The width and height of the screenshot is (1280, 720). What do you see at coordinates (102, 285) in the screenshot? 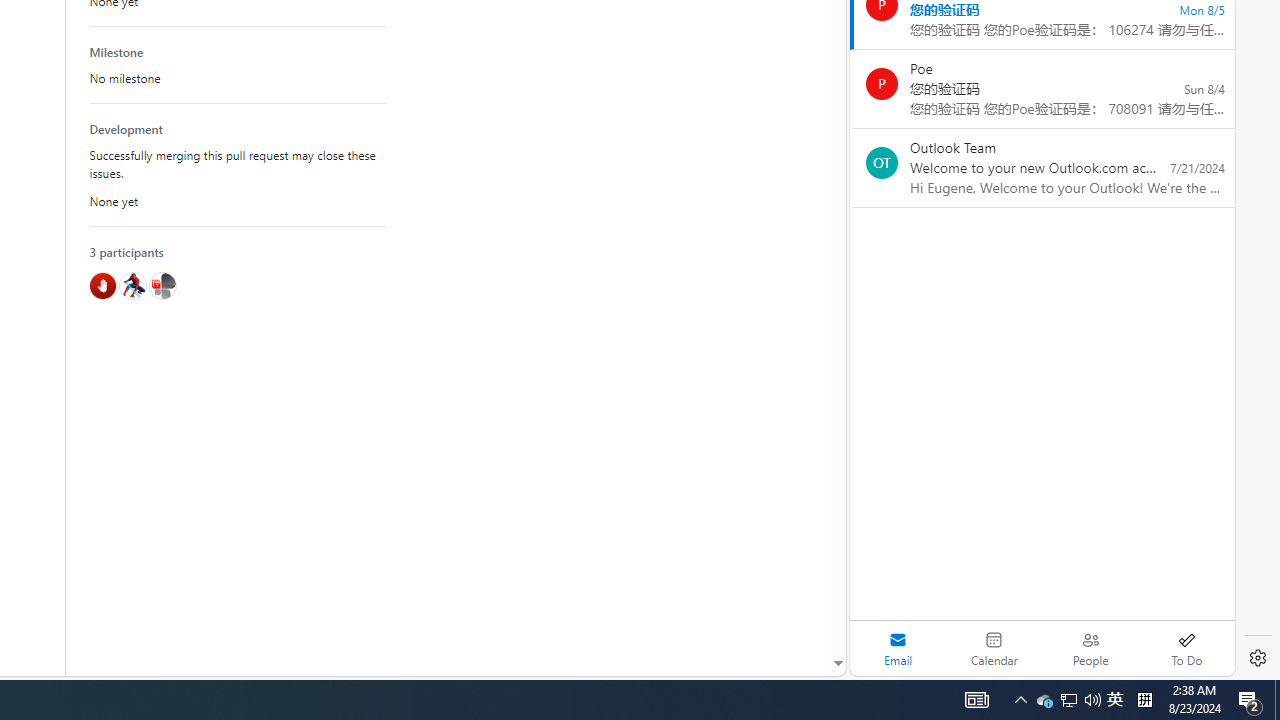
I see `'@blocker999'` at bounding box center [102, 285].